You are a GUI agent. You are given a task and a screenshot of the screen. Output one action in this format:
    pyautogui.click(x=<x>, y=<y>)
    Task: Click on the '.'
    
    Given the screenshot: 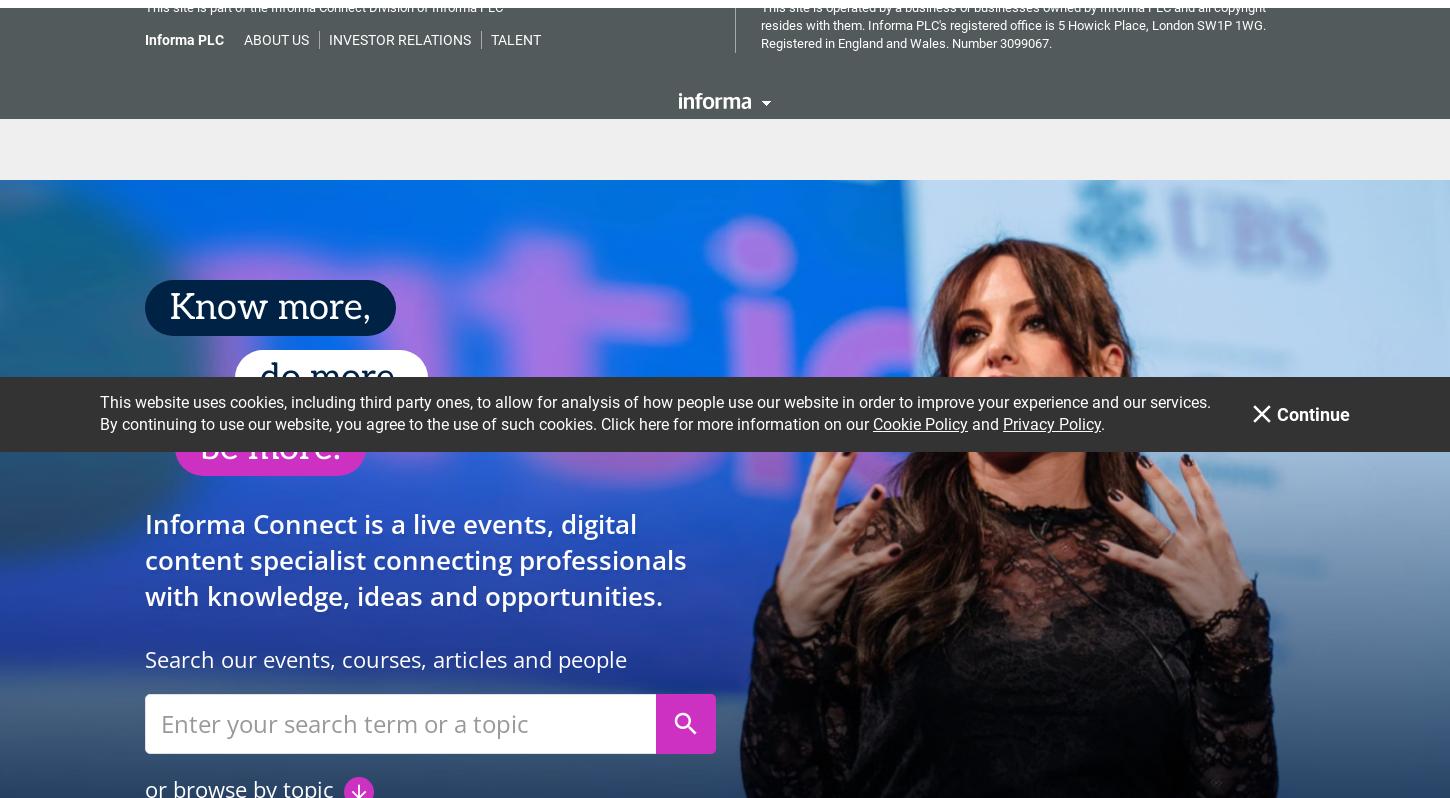 What is the action you would take?
    pyautogui.click(x=1102, y=47)
    